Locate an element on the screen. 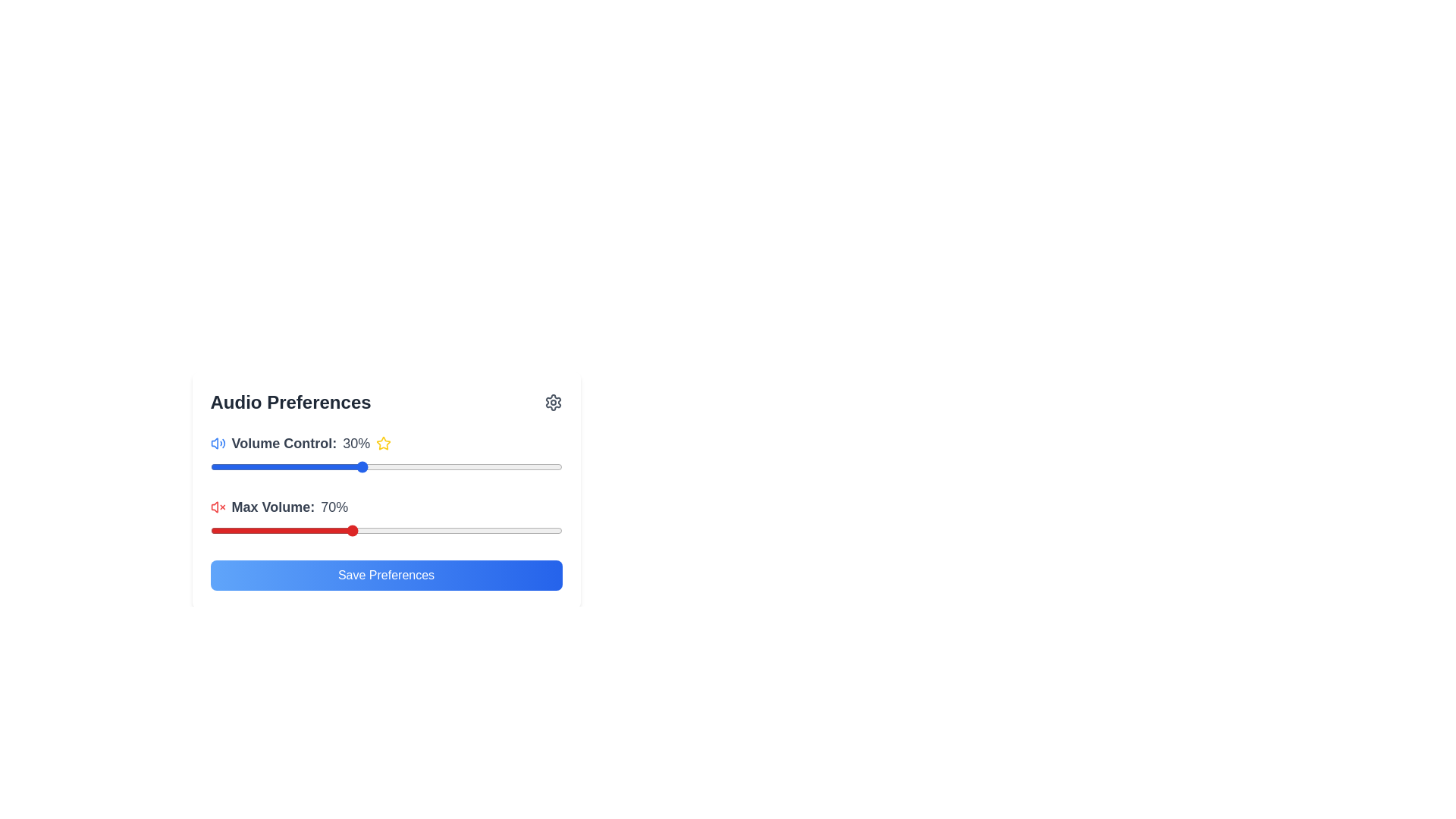  the max volume is located at coordinates (209, 529).